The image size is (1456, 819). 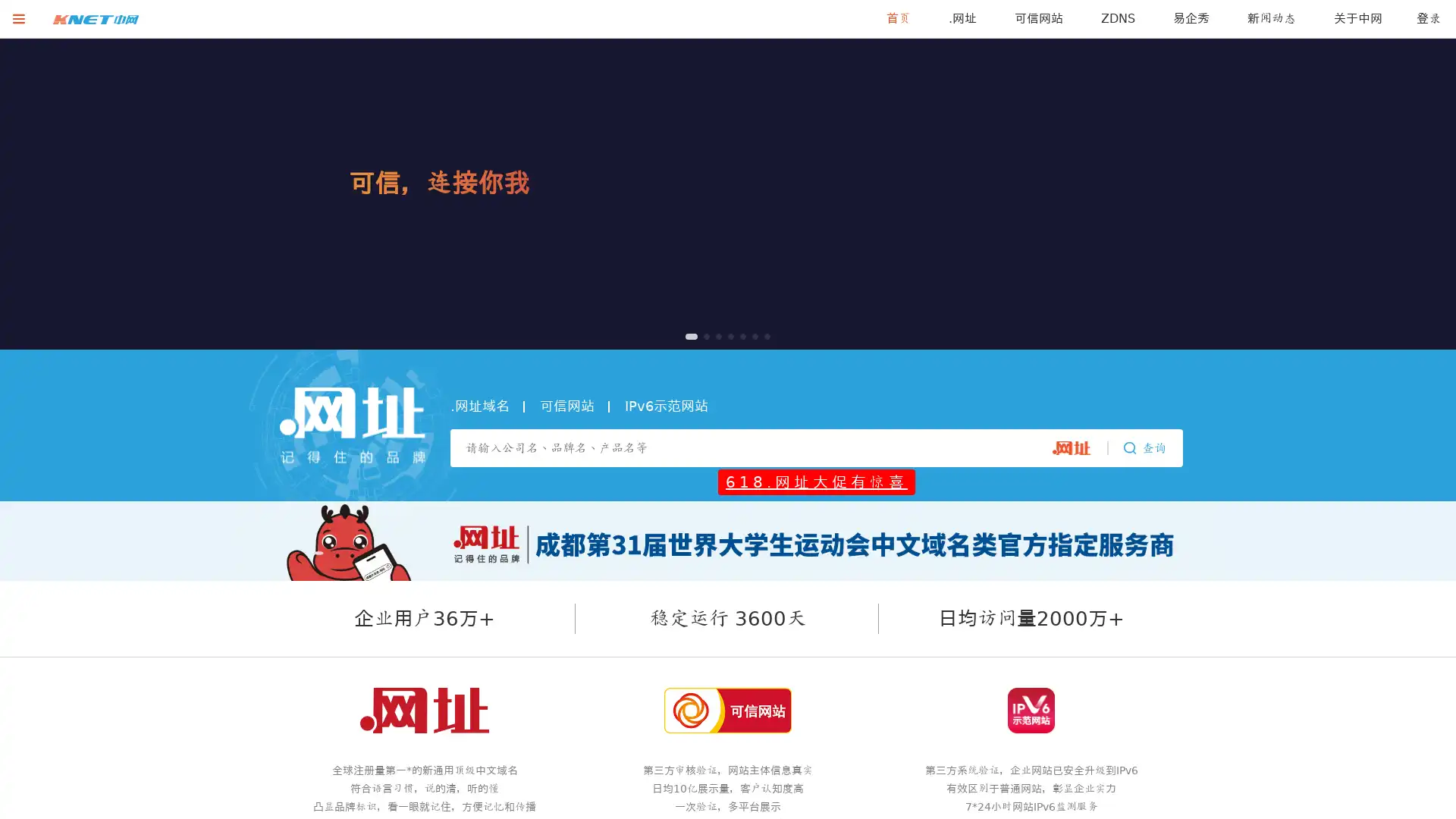 I want to click on Go to slide 6, so click(x=752, y=335).